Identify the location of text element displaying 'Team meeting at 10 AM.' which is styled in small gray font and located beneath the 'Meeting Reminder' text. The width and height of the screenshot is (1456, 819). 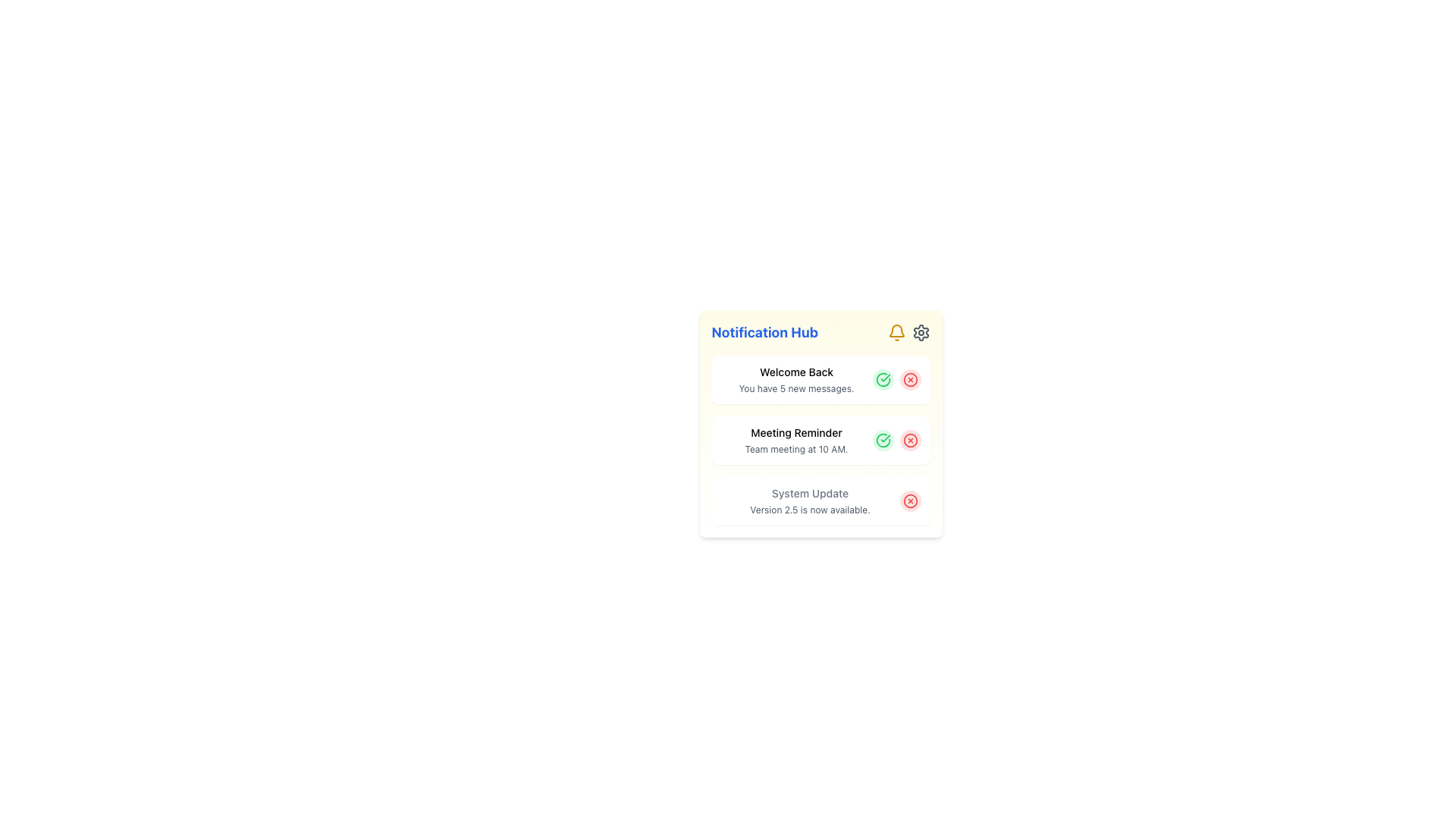
(795, 449).